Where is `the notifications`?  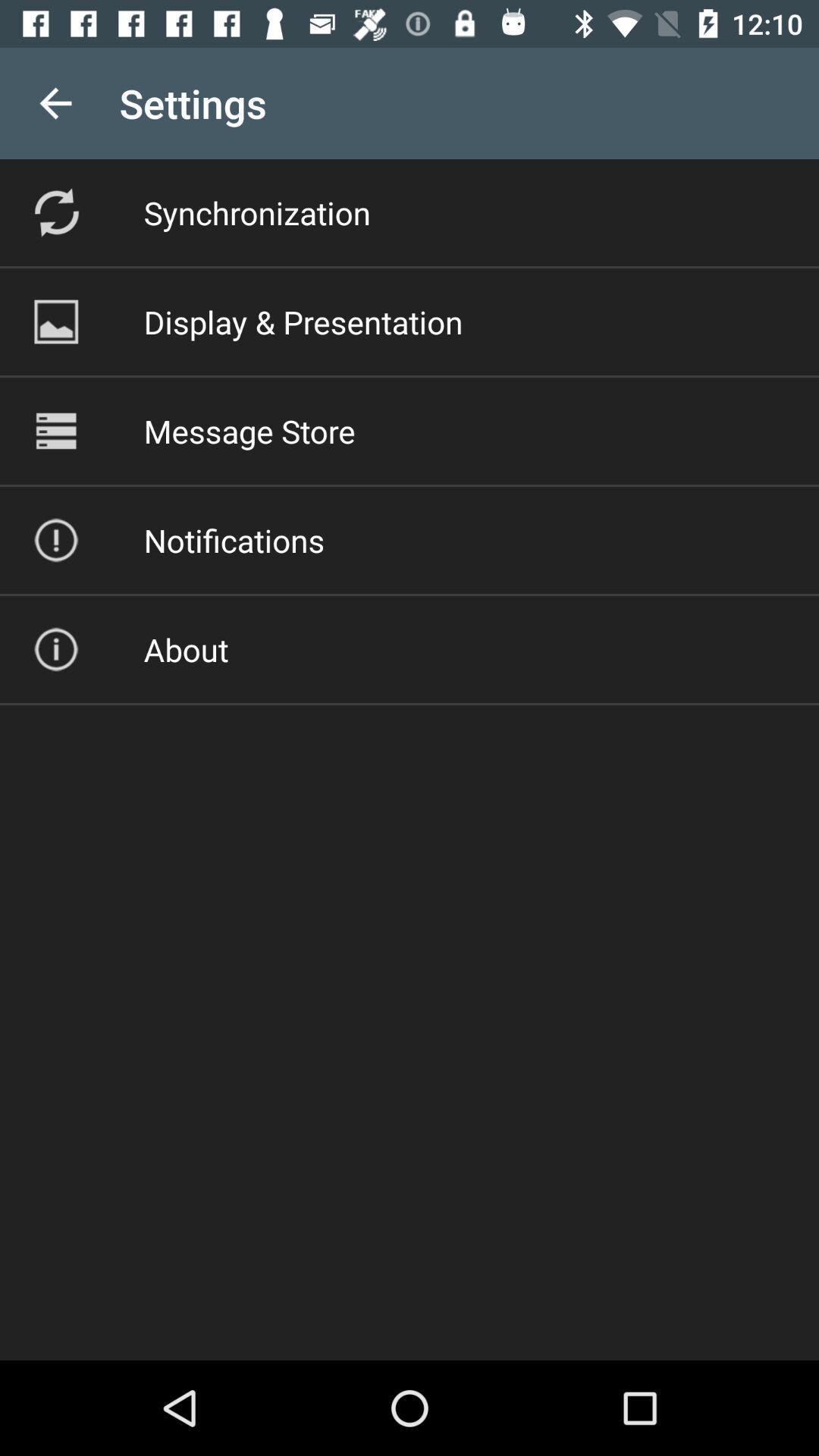 the notifications is located at coordinates (234, 540).